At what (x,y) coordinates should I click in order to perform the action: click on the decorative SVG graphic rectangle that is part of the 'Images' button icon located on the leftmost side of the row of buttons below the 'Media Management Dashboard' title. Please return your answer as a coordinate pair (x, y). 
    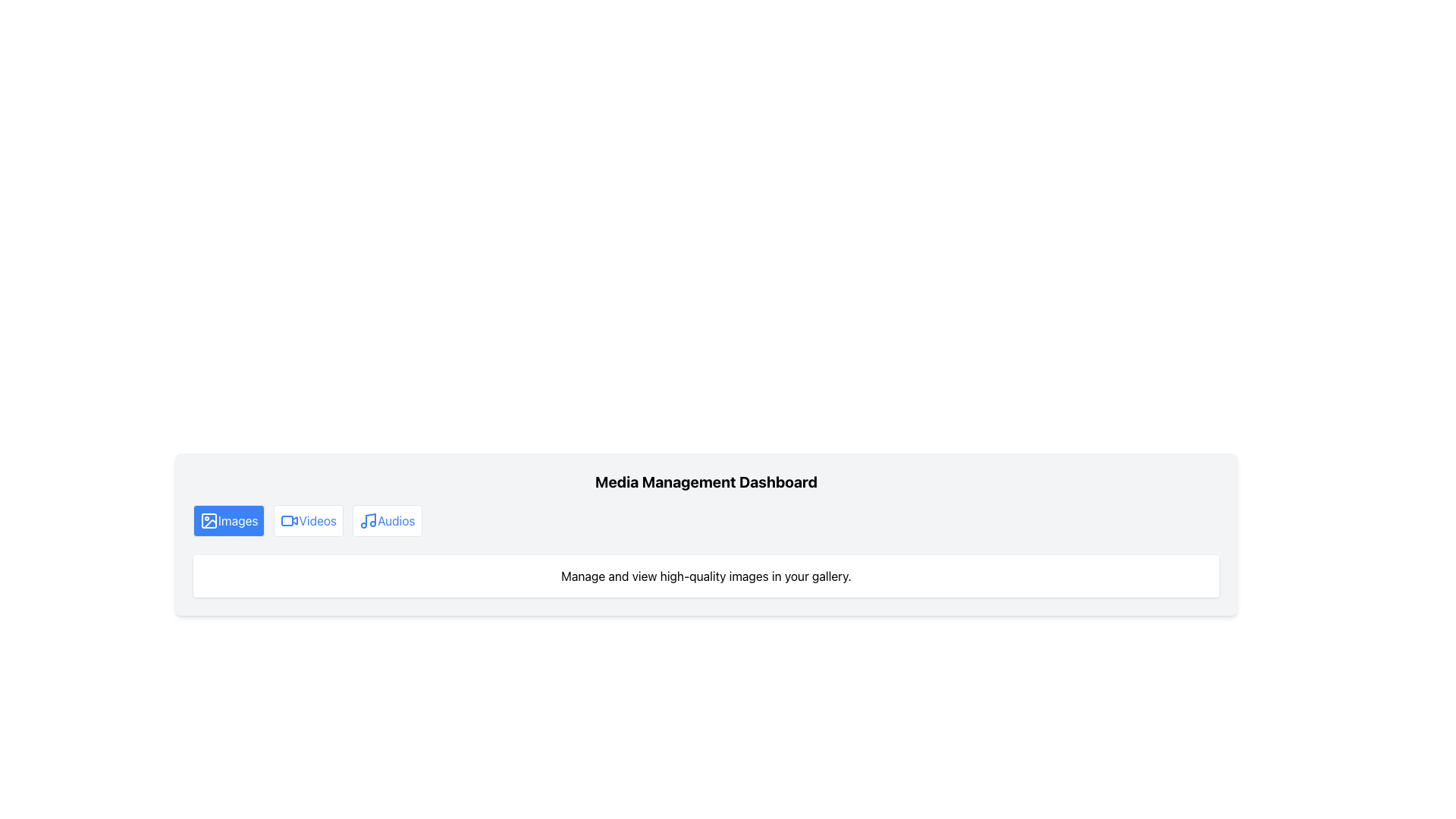
    Looking at the image, I should click on (208, 519).